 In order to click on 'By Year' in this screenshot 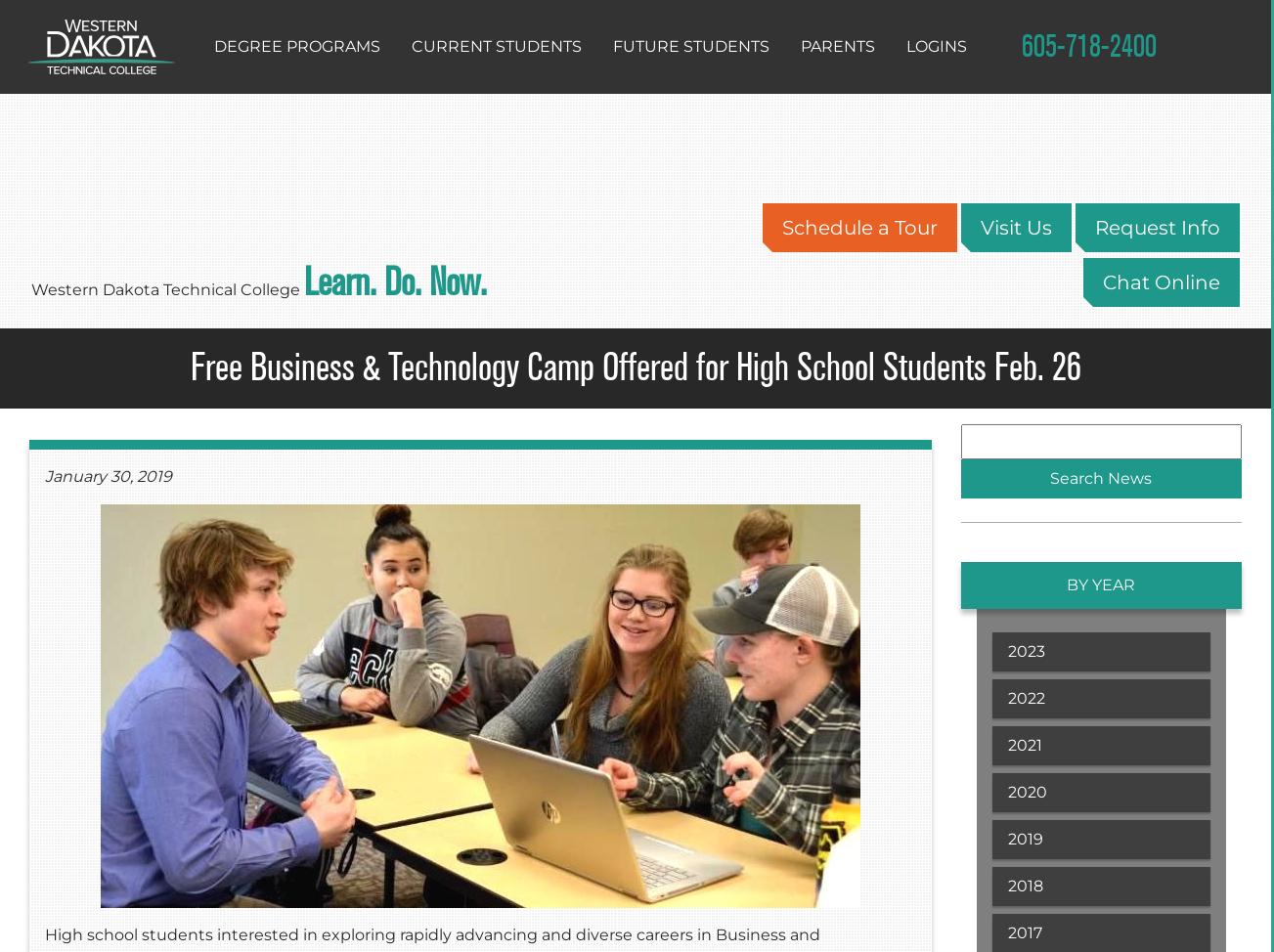, I will do `click(1066, 584)`.